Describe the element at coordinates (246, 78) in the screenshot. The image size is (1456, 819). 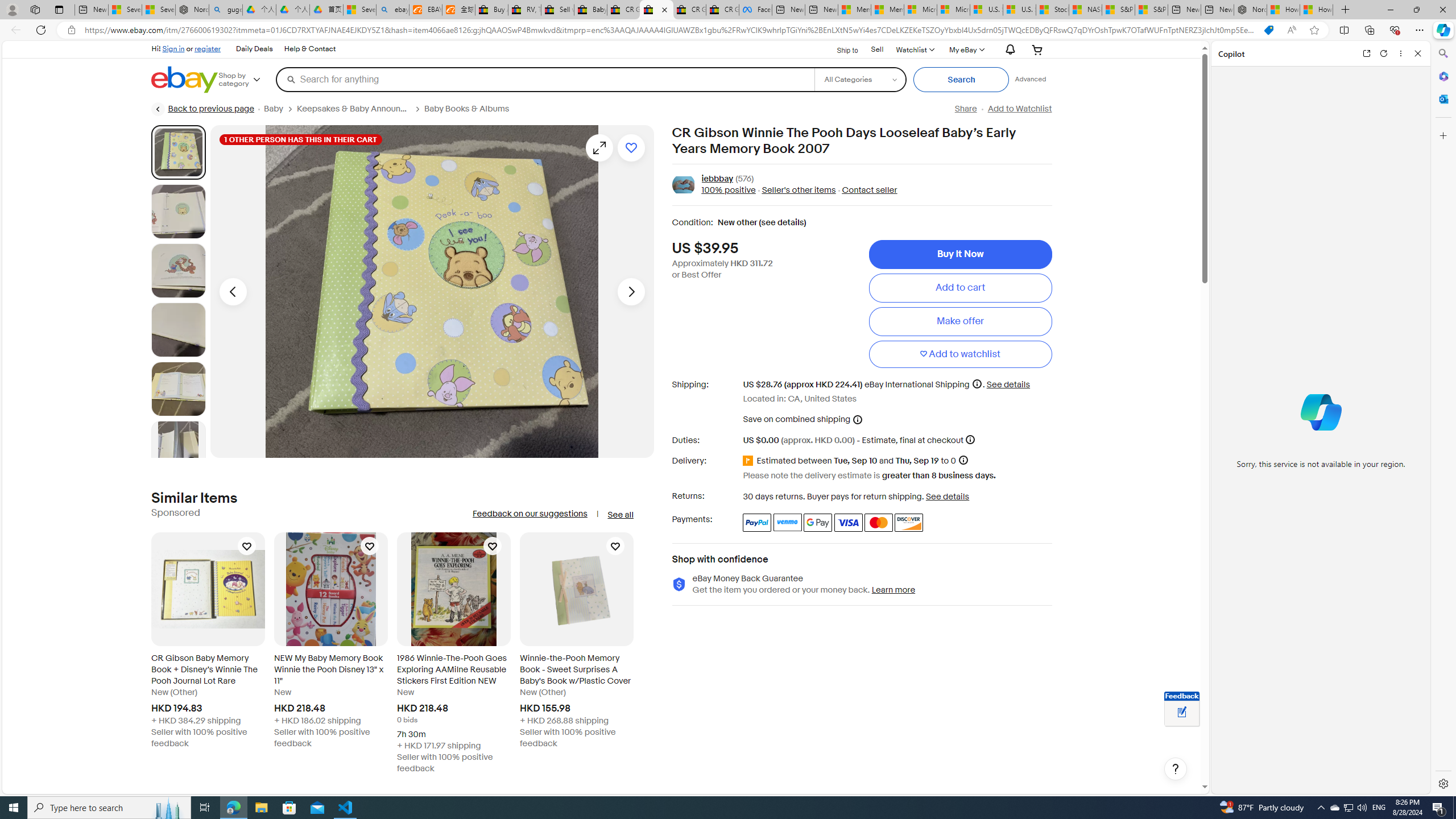
I see `'Shop by category'` at that location.